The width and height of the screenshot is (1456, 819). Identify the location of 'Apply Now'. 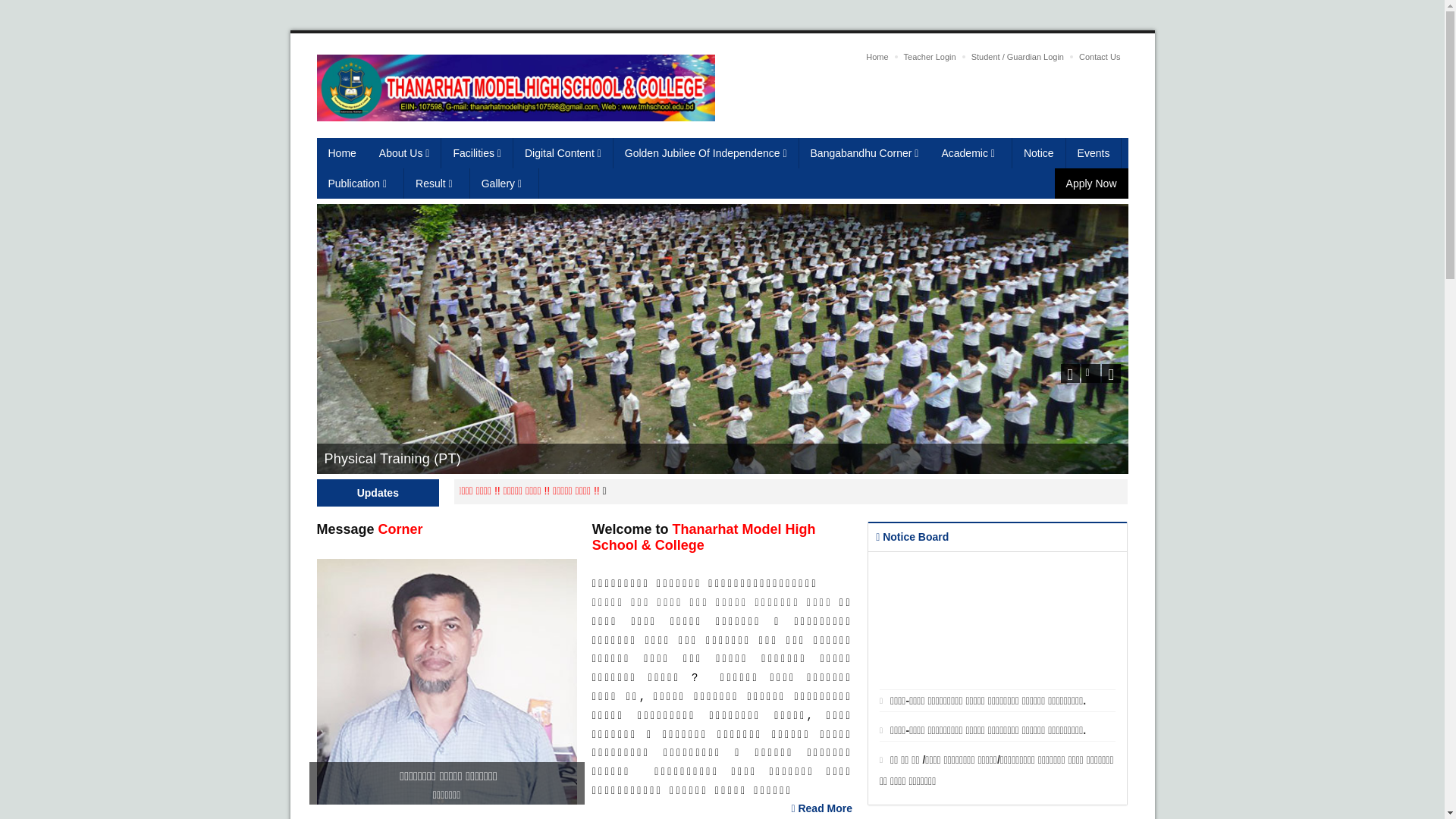
(1090, 183).